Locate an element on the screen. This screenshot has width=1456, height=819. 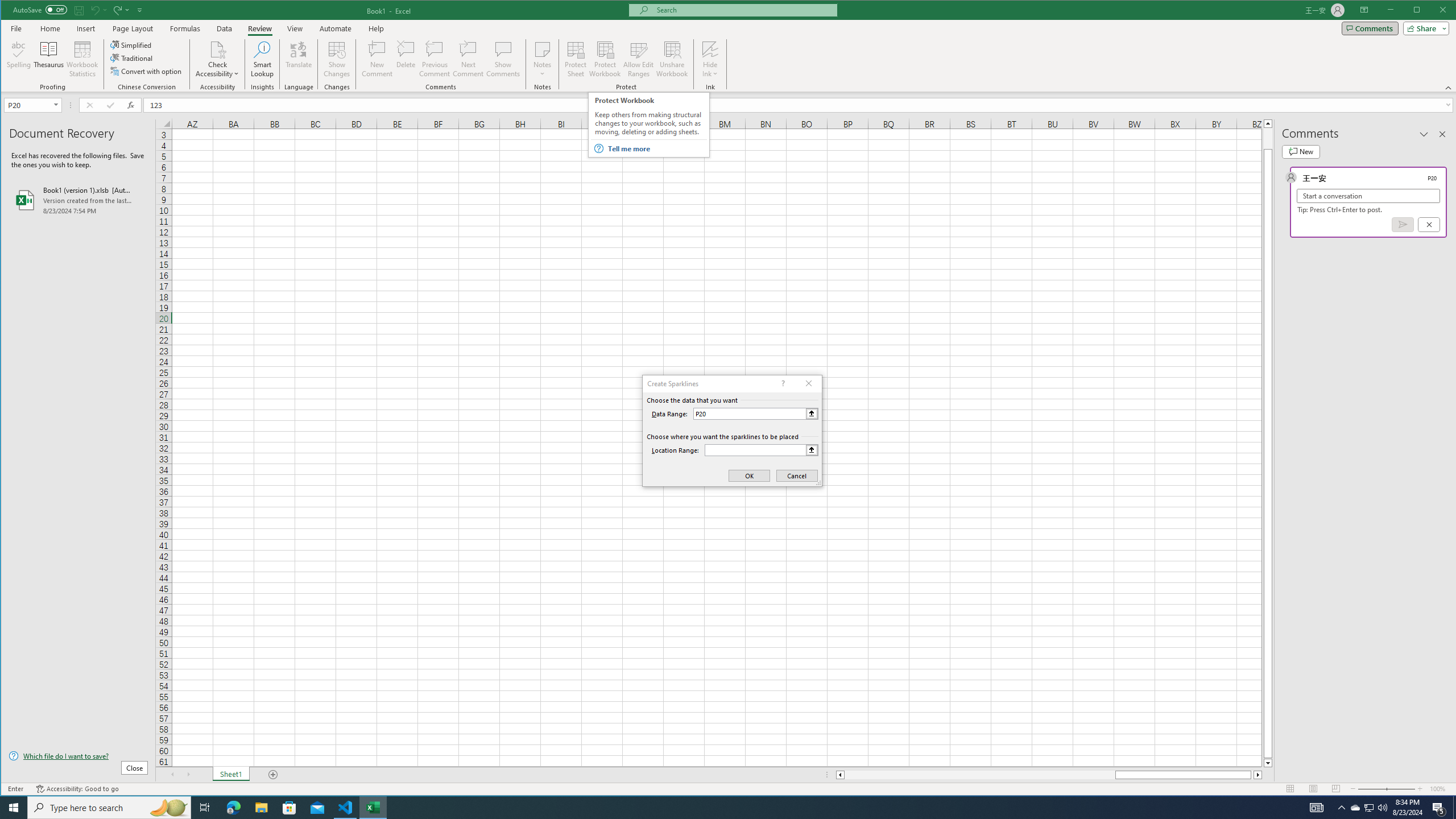
'Delete' is located at coordinates (406, 59).